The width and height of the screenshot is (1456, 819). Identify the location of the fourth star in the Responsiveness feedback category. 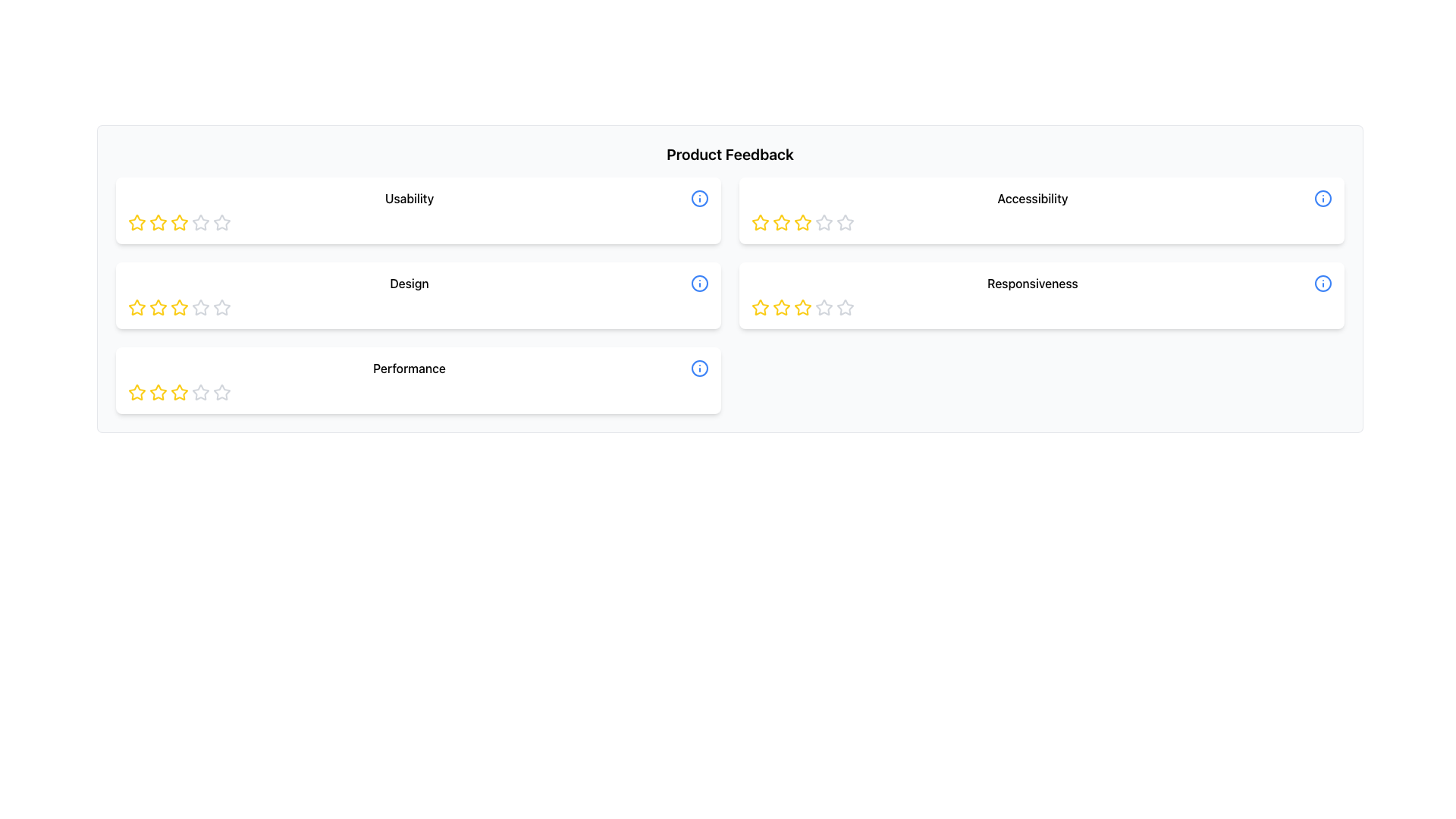
(802, 307).